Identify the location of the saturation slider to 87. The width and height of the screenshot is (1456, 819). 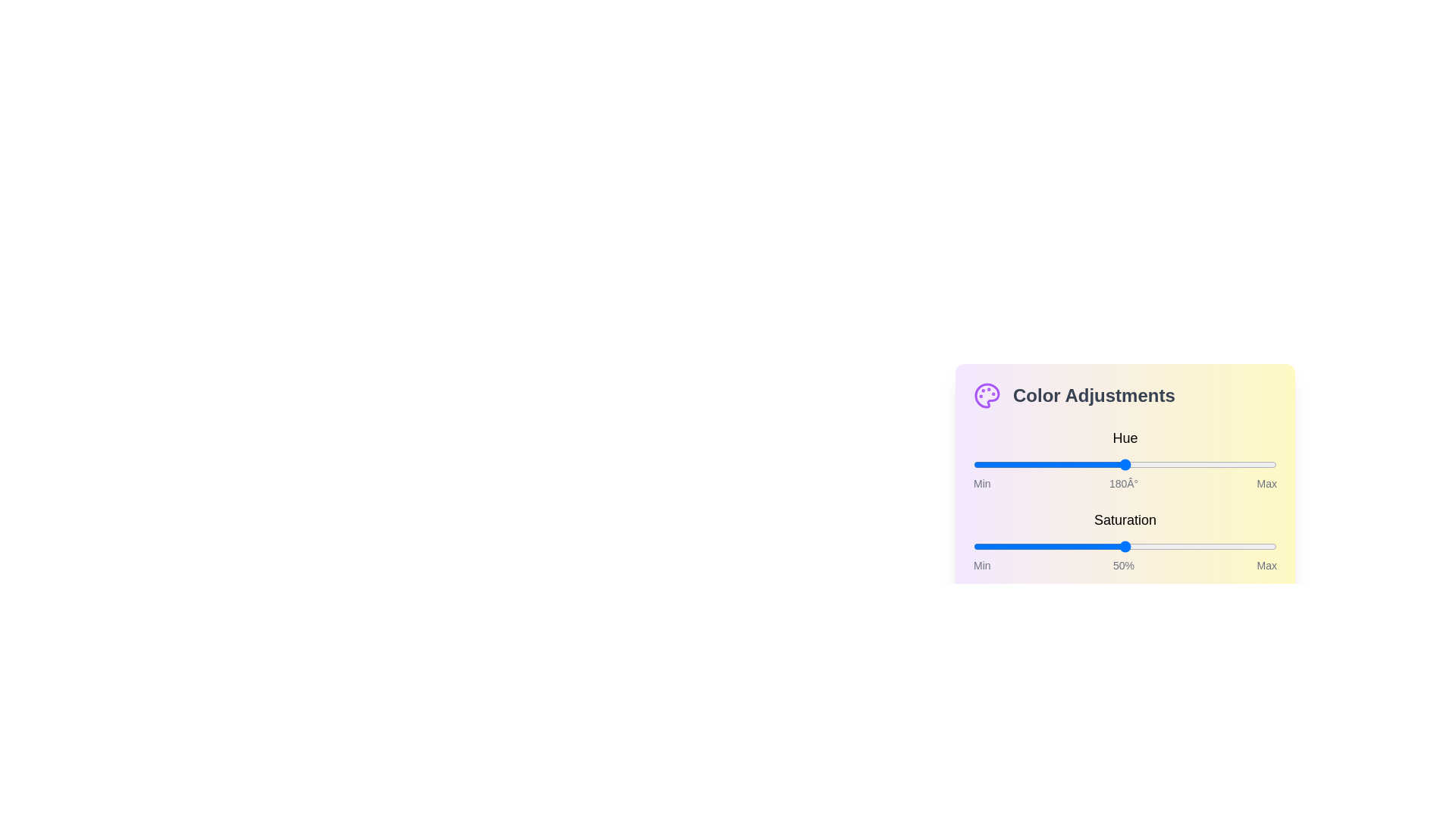
(1238, 547).